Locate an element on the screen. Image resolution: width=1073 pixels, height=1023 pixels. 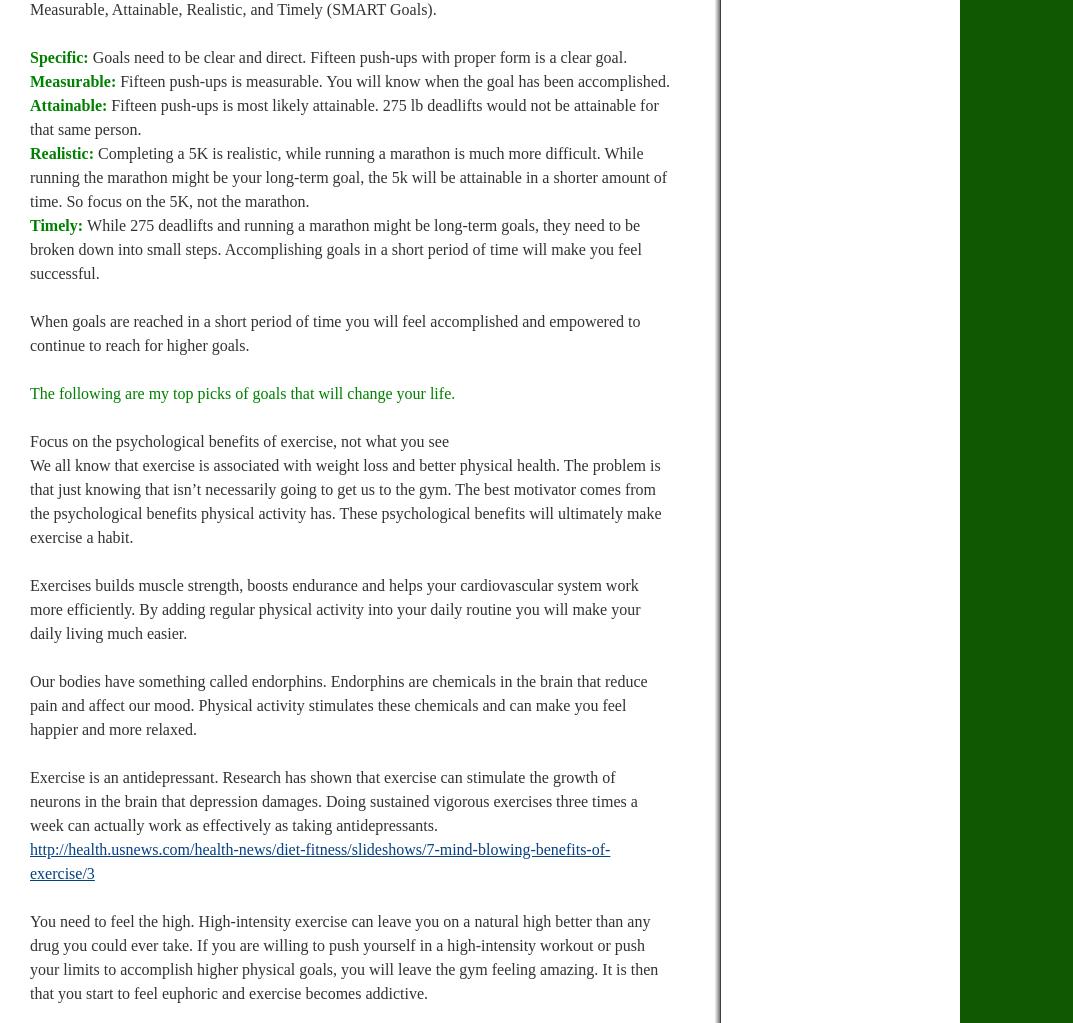
'Goals need to be clear and direct. Fifteen push-ups with proper form is a clear goal.' is located at coordinates (357, 56).